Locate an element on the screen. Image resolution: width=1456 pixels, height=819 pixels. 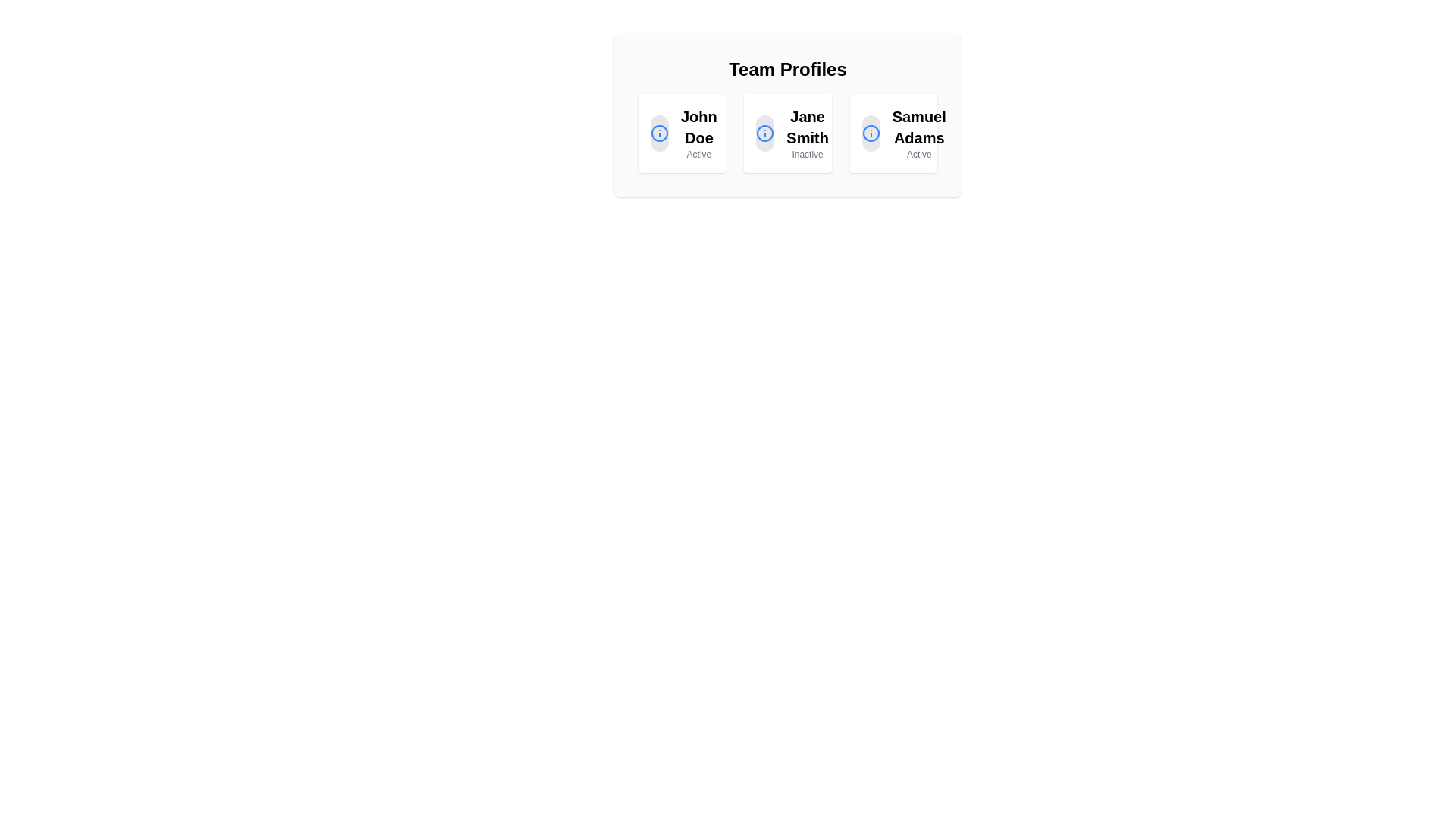
the text label indicating the current status of the profile 'Jane Smith', which is located in the center of three profile cards is located at coordinates (807, 155).